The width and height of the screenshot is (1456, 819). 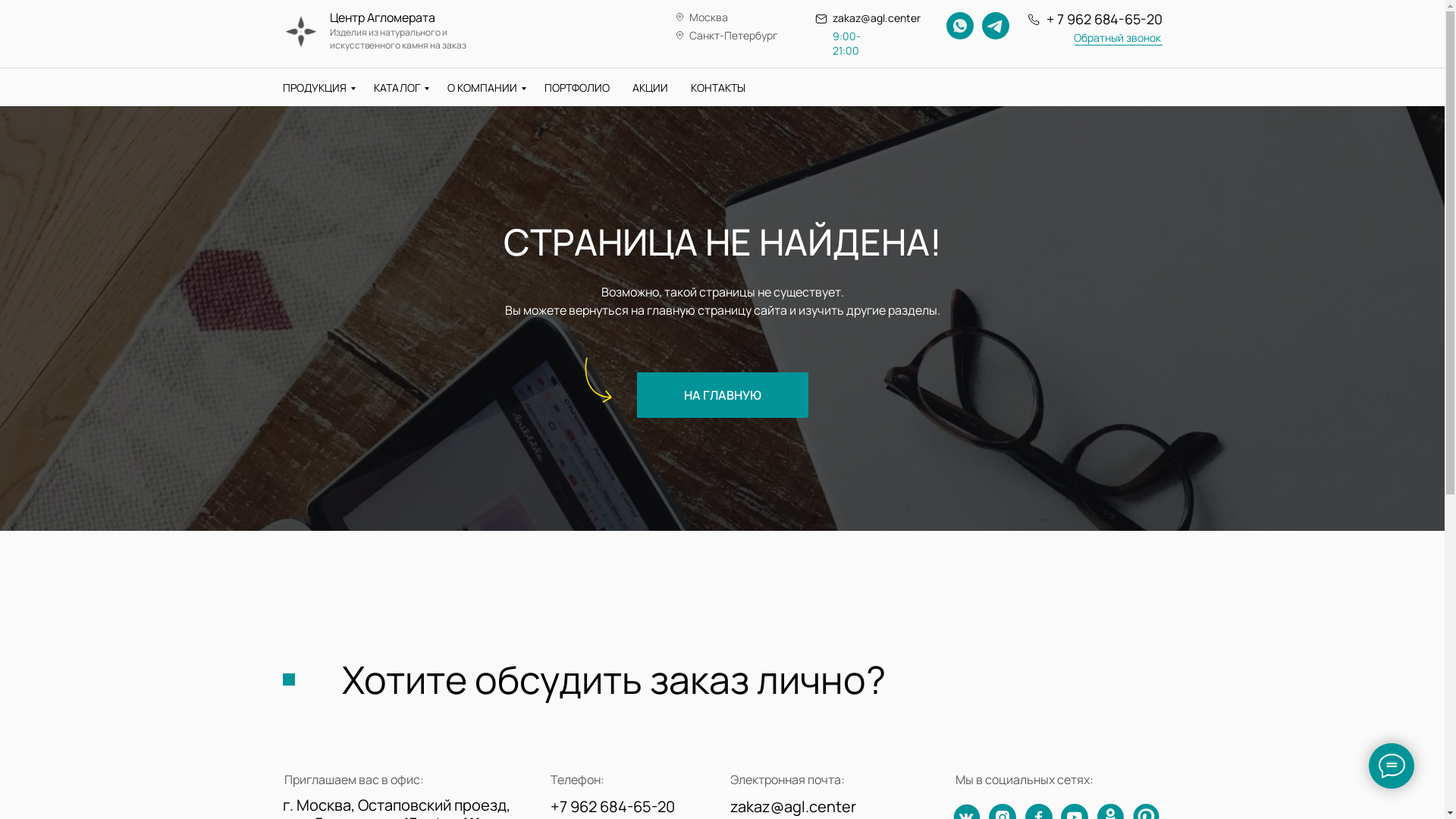 What do you see at coordinates (832, 17) in the screenshot?
I see `'zakaz@agl.center'` at bounding box center [832, 17].